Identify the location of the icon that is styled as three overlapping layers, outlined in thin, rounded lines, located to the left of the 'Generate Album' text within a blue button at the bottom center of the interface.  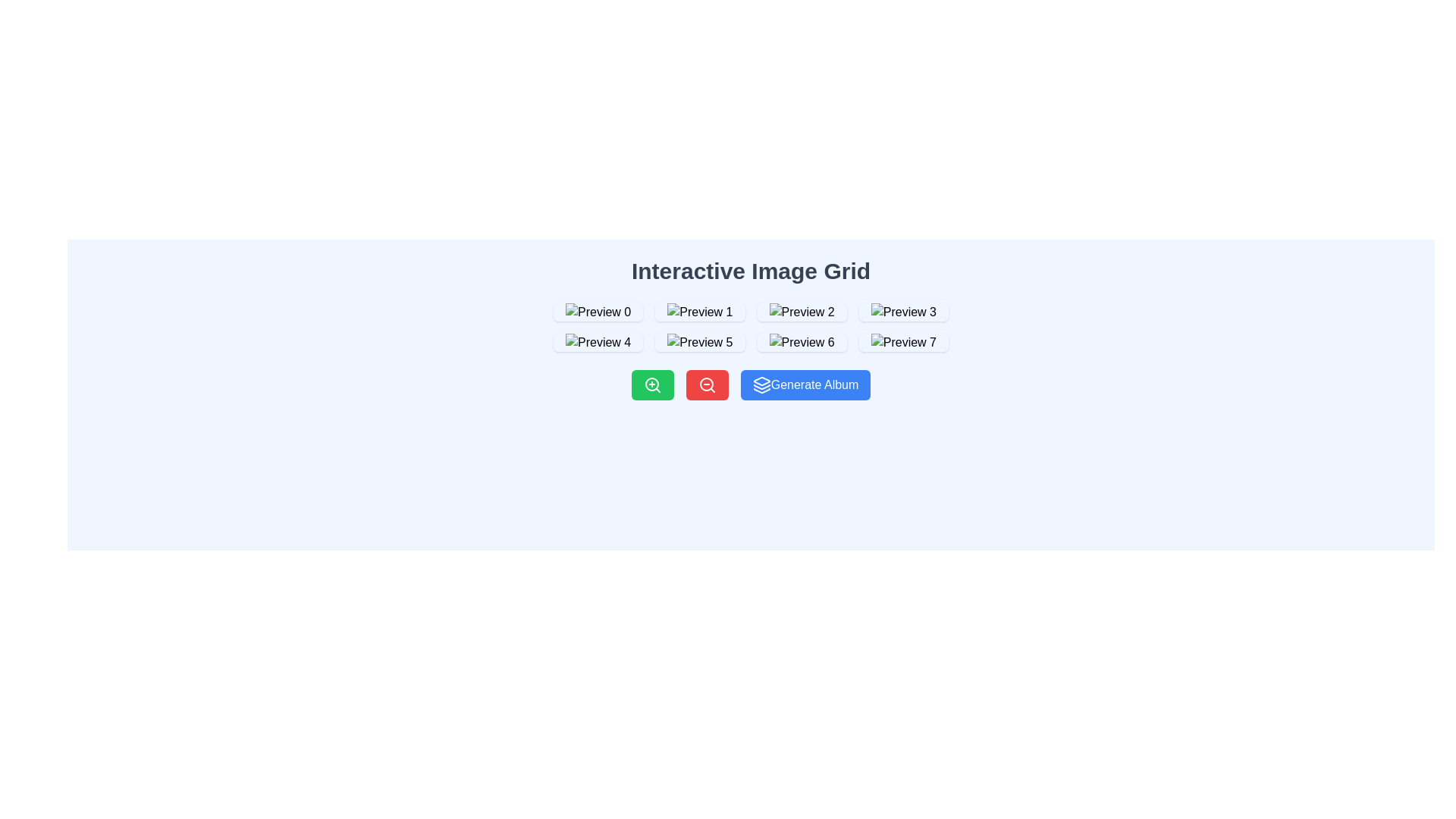
(761, 384).